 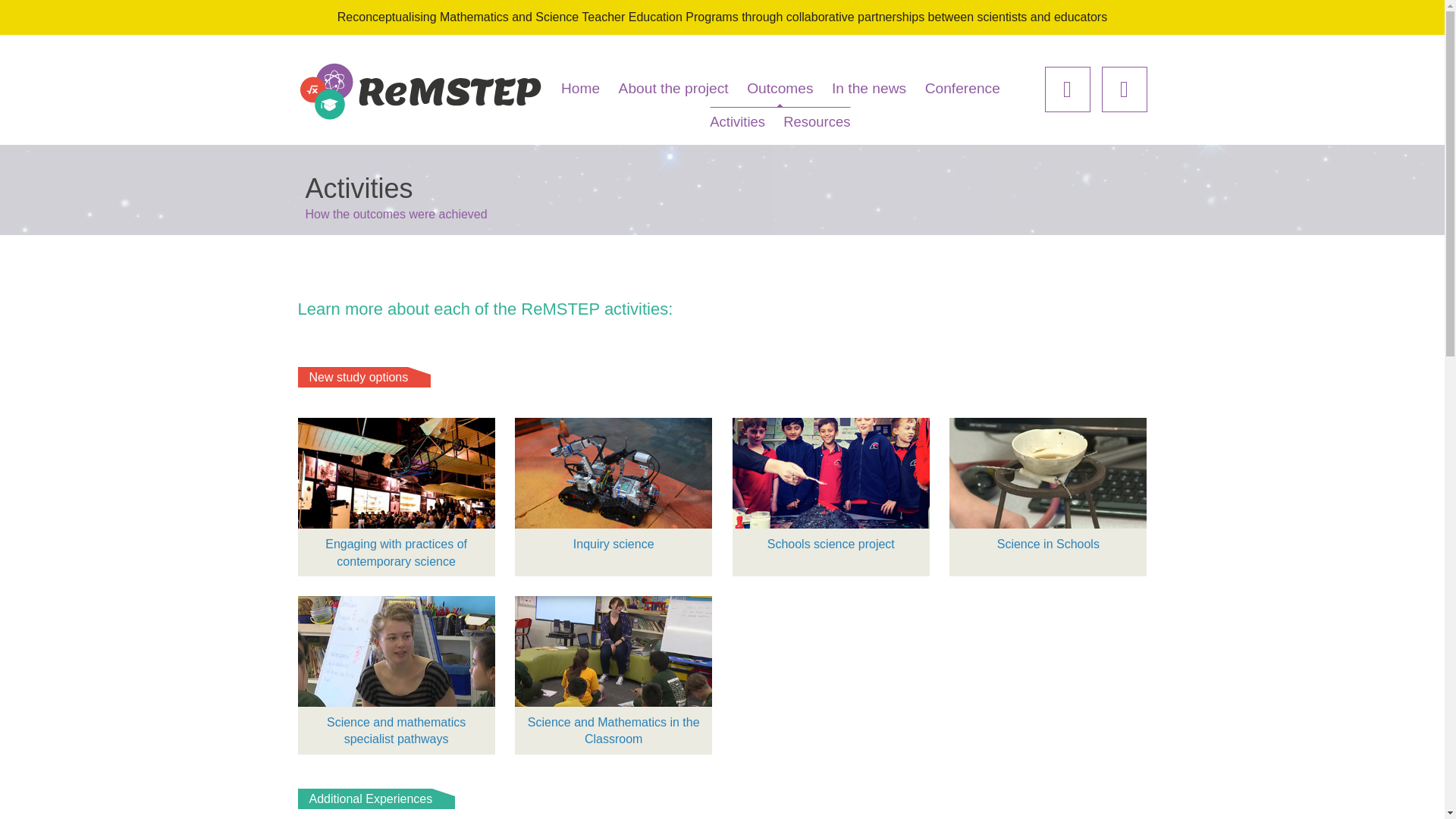 What do you see at coordinates (396, 674) in the screenshot?
I see `'Science and mathematics specialist pathways'` at bounding box center [396, 674].